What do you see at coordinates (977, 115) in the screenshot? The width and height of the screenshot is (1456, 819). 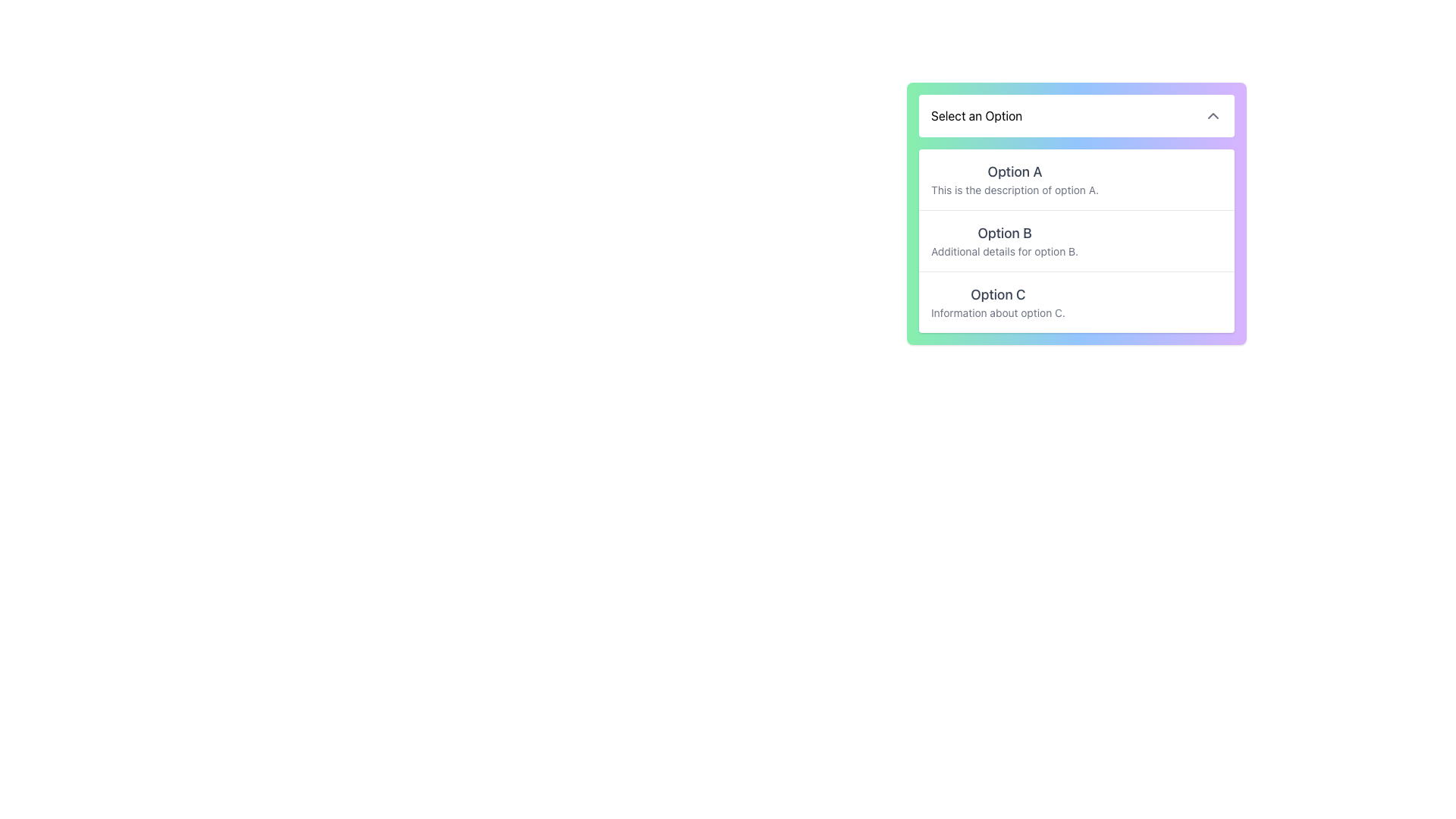 I see `the header text label of the dropdown menu, which is centrally located in the top header section and positioned to the left of the chevron icon` at bounding box center [977, 115].